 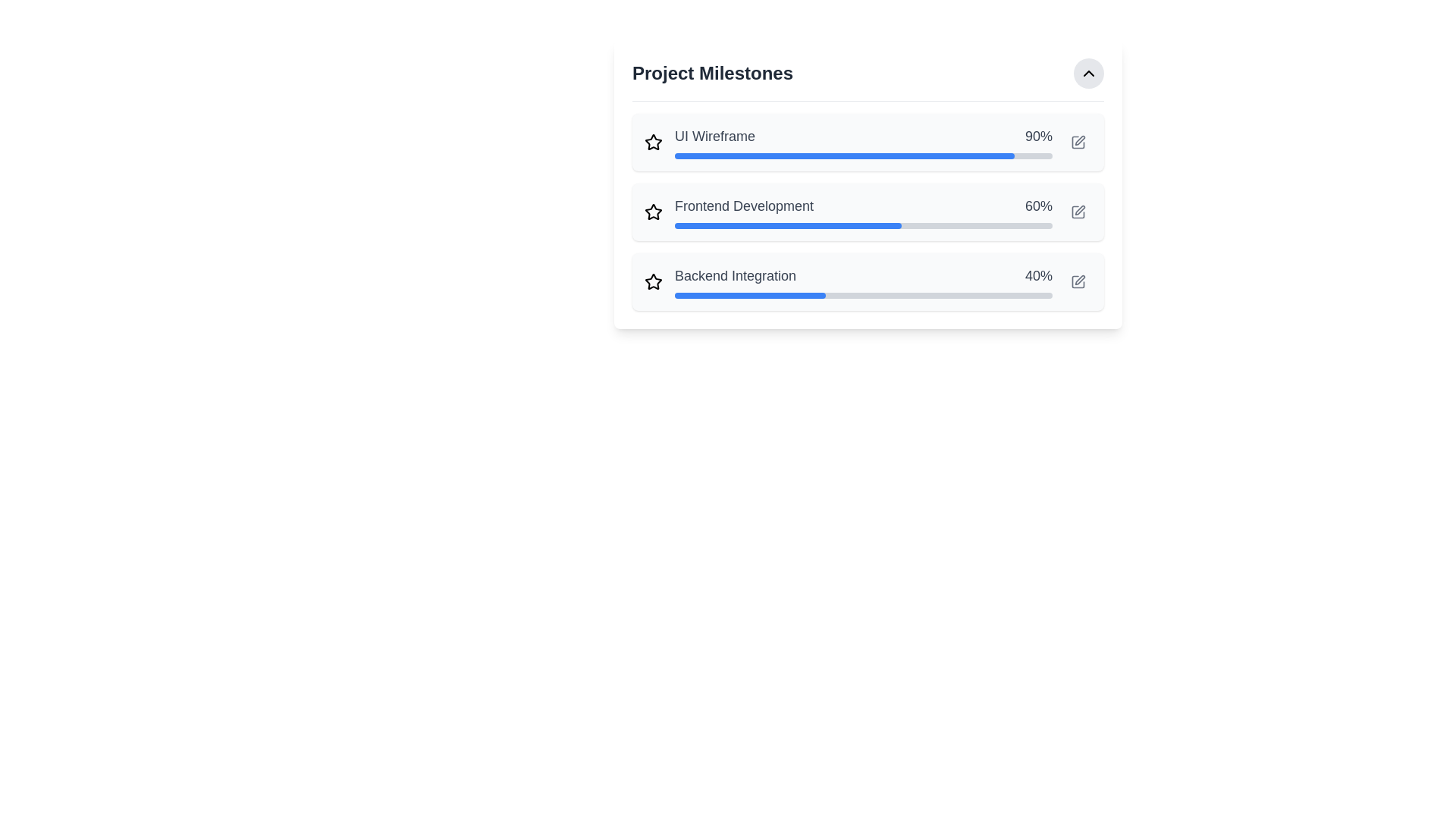 I want to click on the edit icon located on the right side of the 'Frontend Development' milestone progress bar, adjacent to the percentage label '60%', to initiate an edit action, so click(x=1079, y=210).